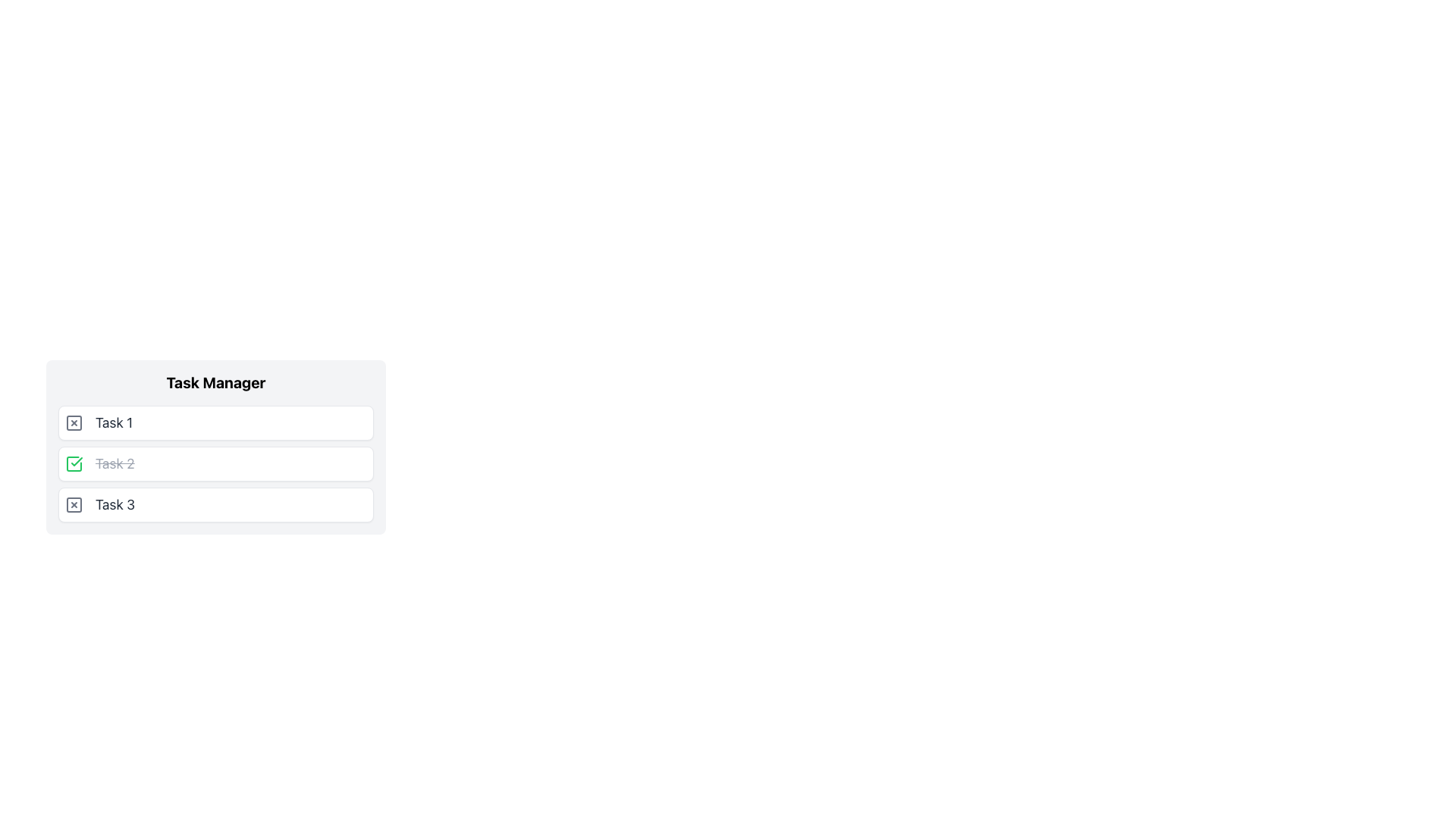 Image resolution: width=1456 pixels, height=819 pixels. Describe the element at coordinates (73, 423) in the screenshot. I see `the close button ('X') located on the far left of the first task entry ('Task 1')` at that location.